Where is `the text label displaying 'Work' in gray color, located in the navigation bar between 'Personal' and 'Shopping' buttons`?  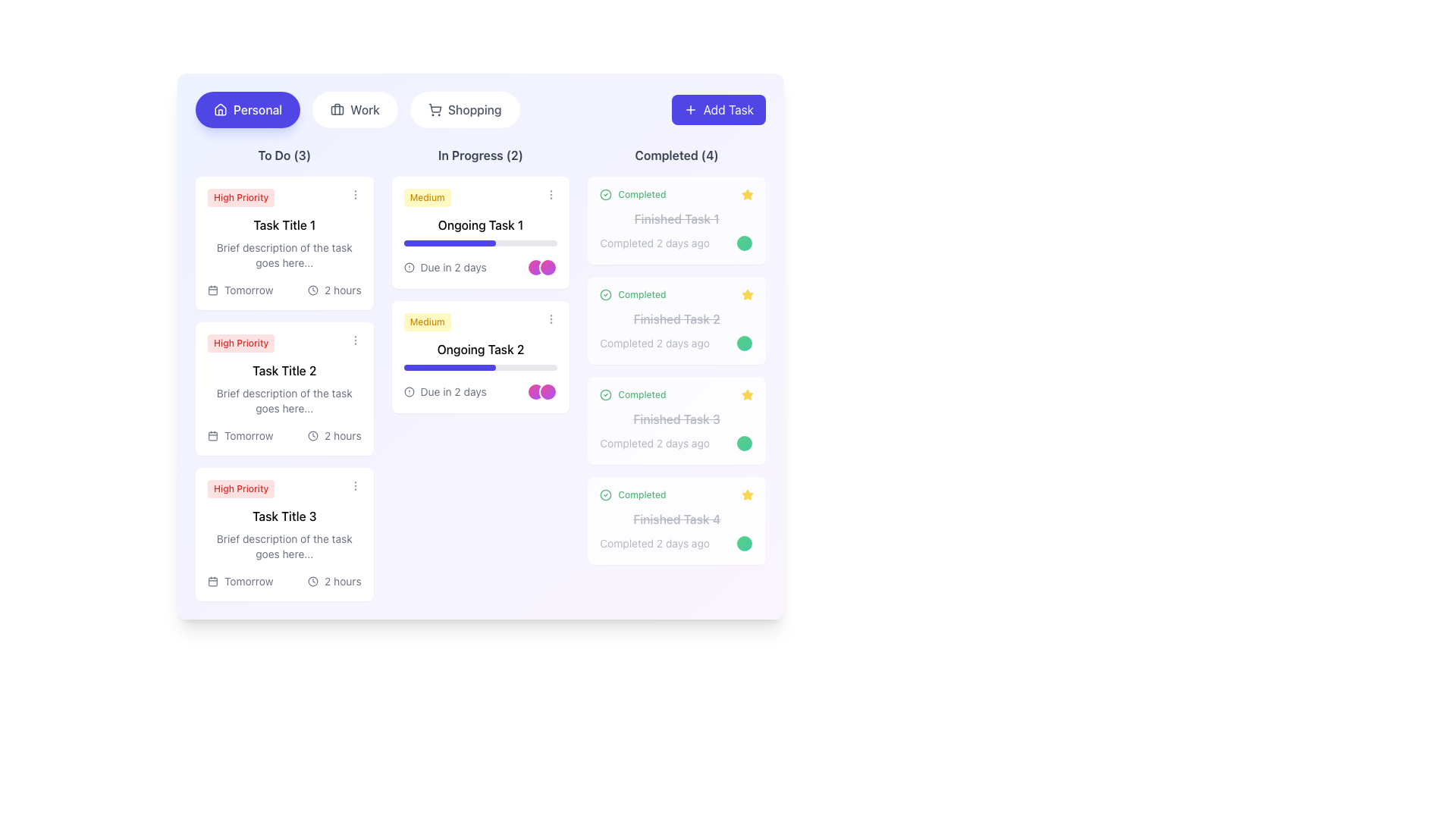
the text label displaying 'Work' in gray color, located in the navigation bar between 'Personal' and 'Shopping' buttons is located at coordinates (365, 109).